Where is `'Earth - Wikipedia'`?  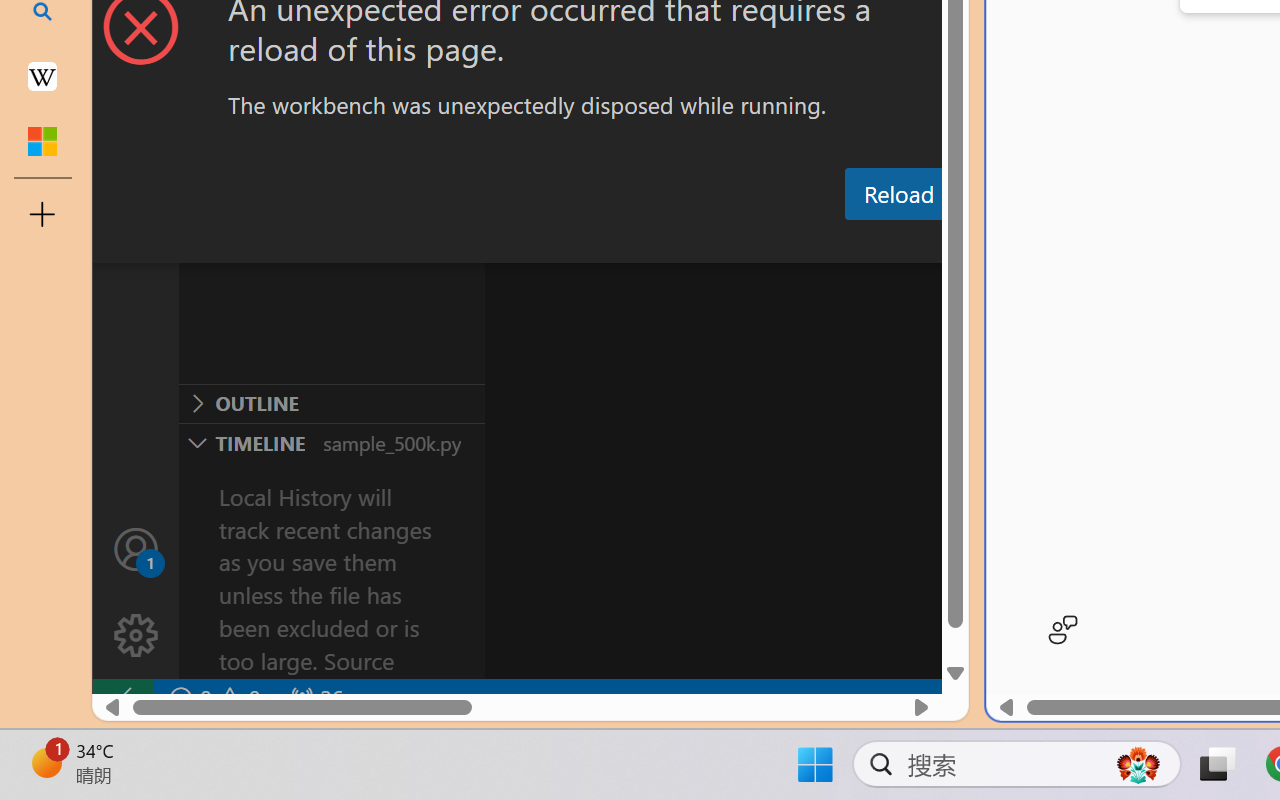
'Earth - Wikipedia' is located at coordinates (42, 76).